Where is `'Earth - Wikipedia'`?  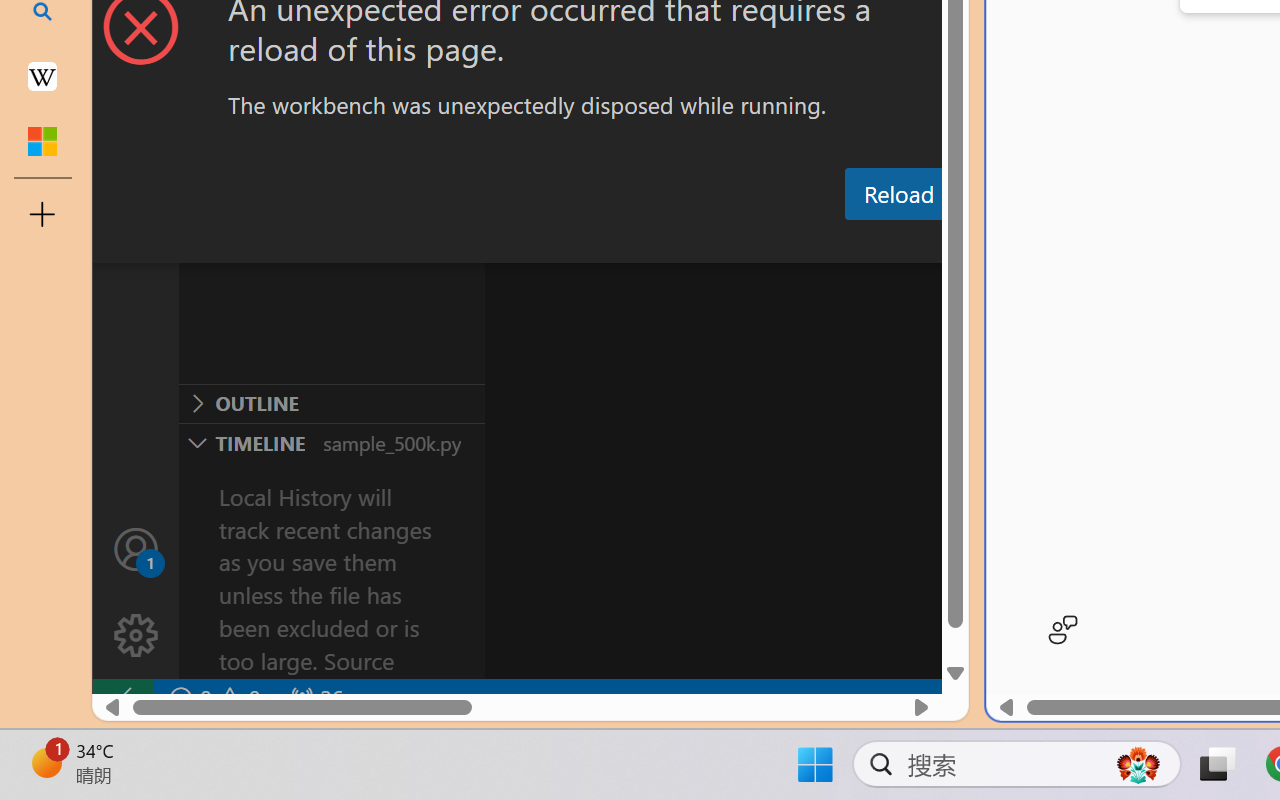
'Earth - Wikipedia' is located at coordinates (42, 76).